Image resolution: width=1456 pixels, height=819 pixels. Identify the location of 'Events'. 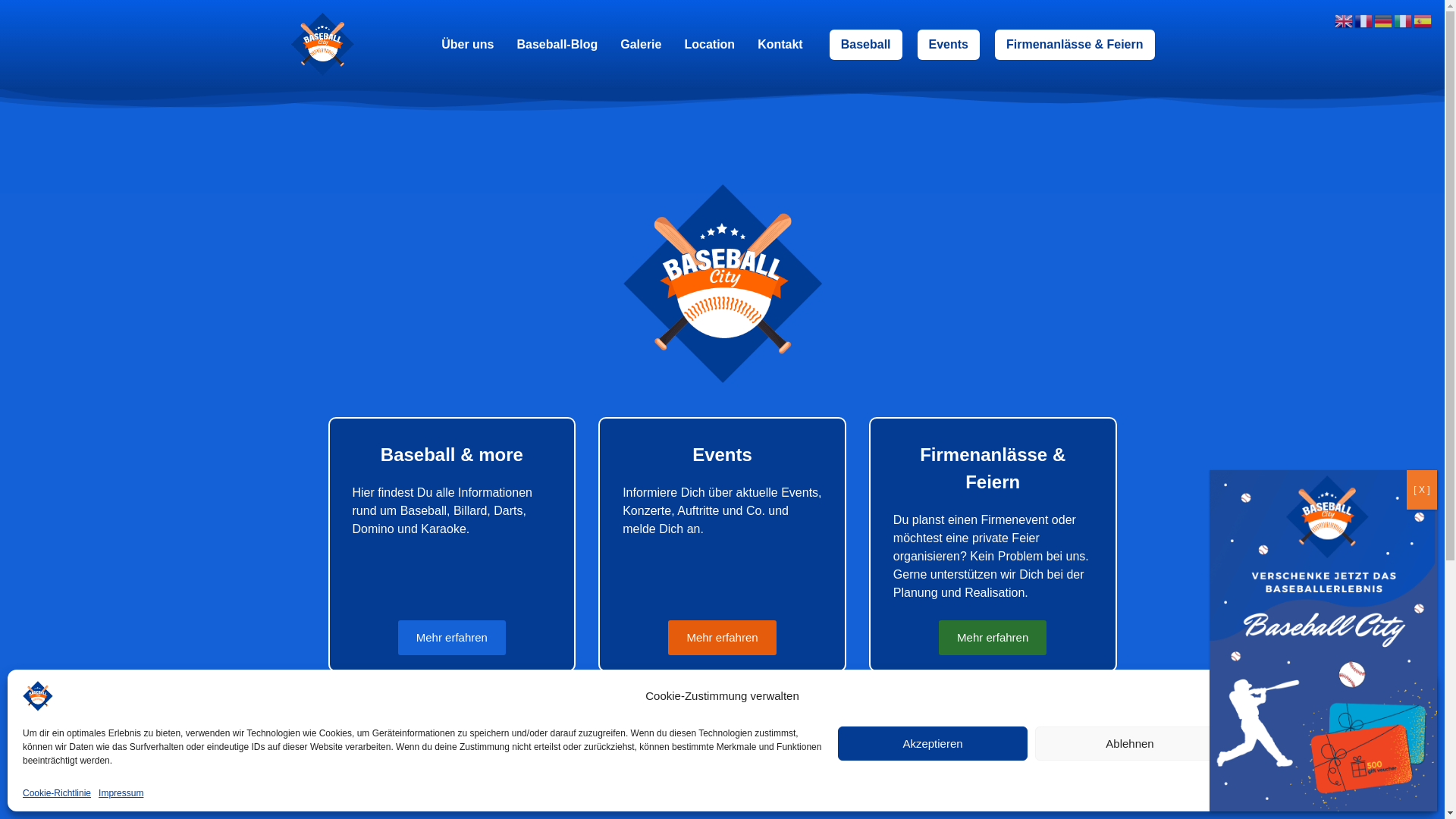
(948, 42).